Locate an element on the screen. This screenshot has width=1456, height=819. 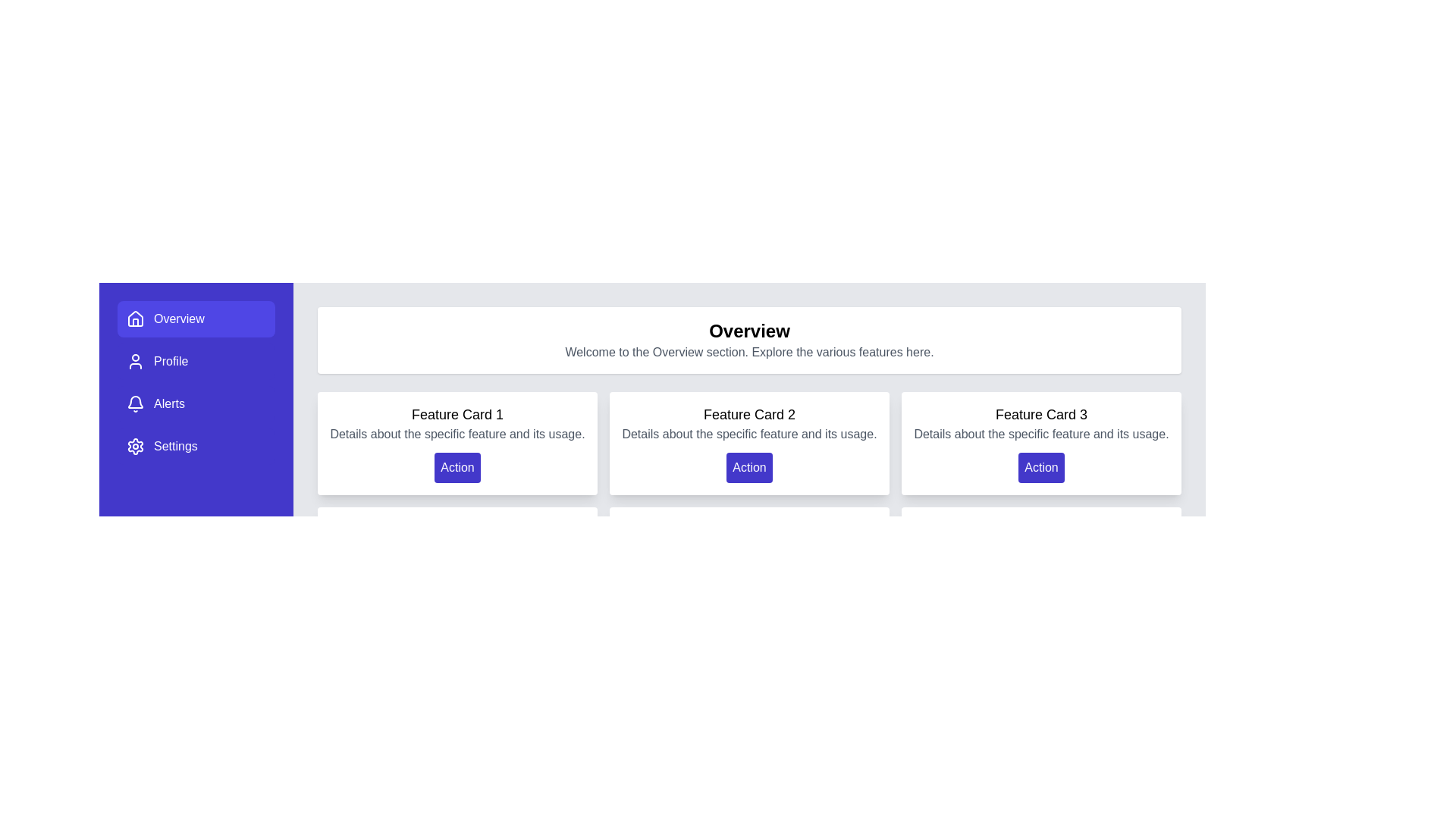
the 'Settings' button located at the bottom of the left sidebar, which is the fourth button in a vertical list is located at coordinates (196, 446).